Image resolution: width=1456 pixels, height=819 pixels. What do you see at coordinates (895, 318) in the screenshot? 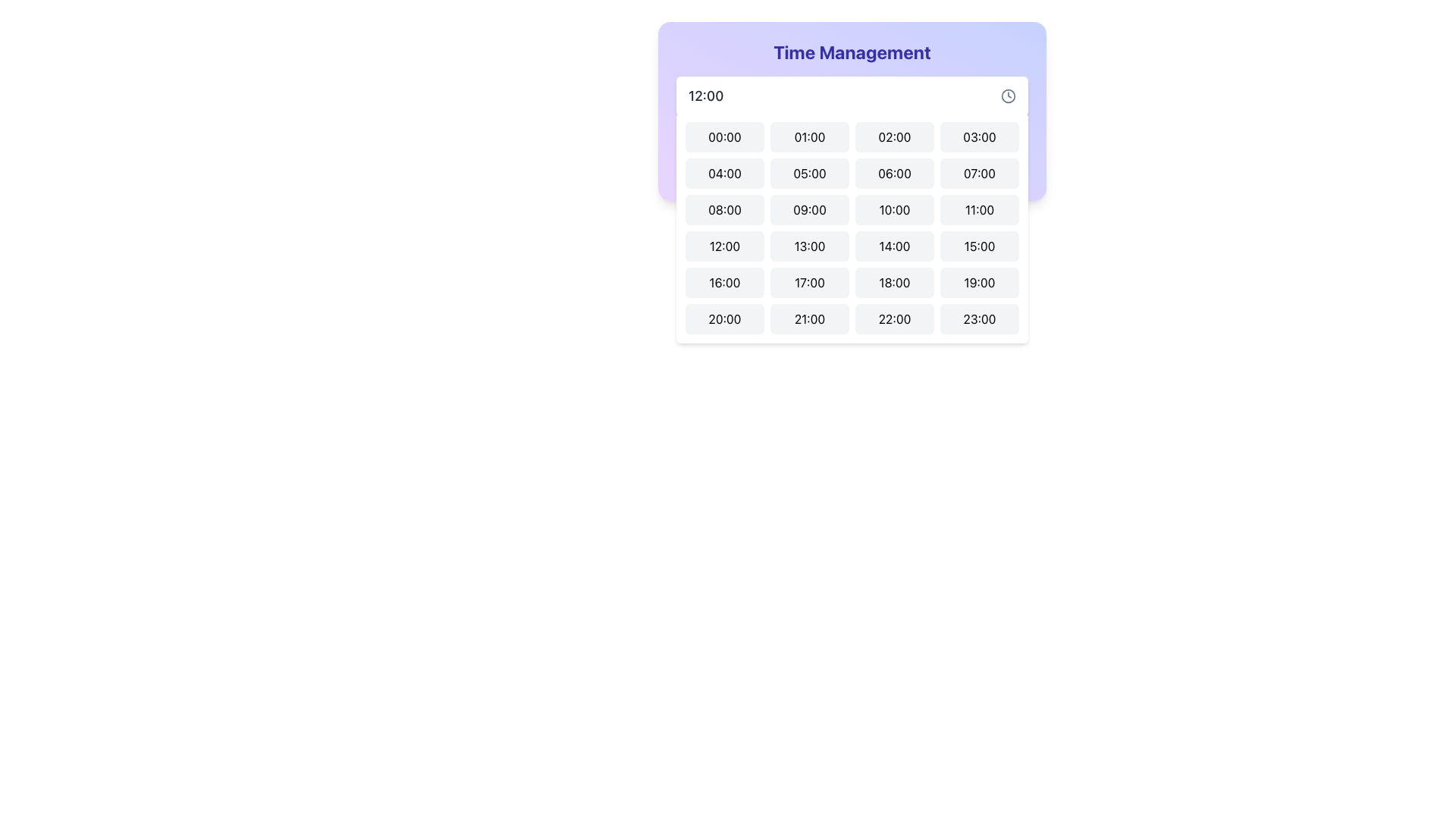
I see `the button representing the time value '22:00' in the time picker interface, located in the sixth row and third column under 'Time Management.'` at bounding box center [895, 318].